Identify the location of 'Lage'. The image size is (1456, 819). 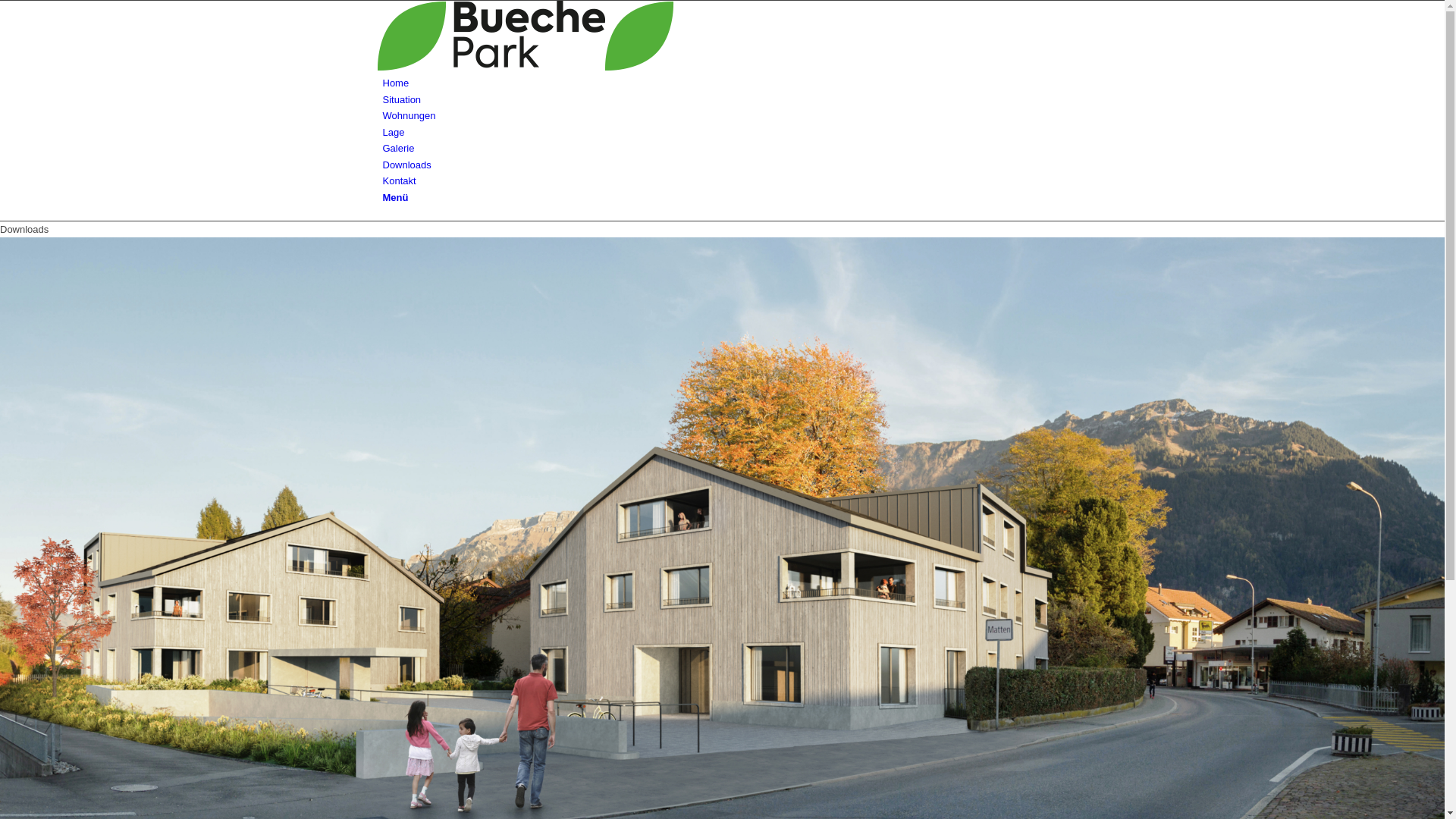
(393, 131).